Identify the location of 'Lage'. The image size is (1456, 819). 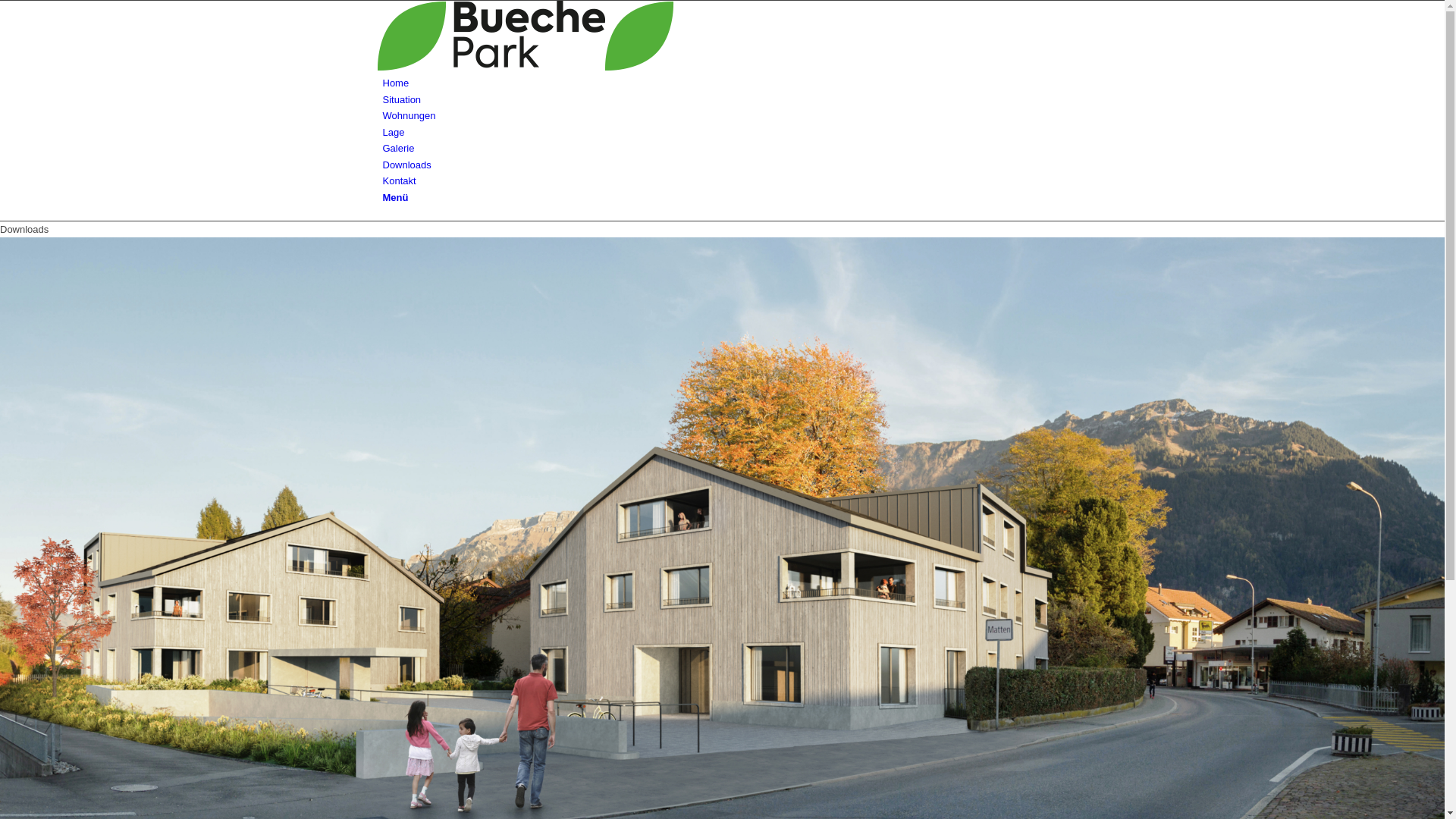
(393, 131).